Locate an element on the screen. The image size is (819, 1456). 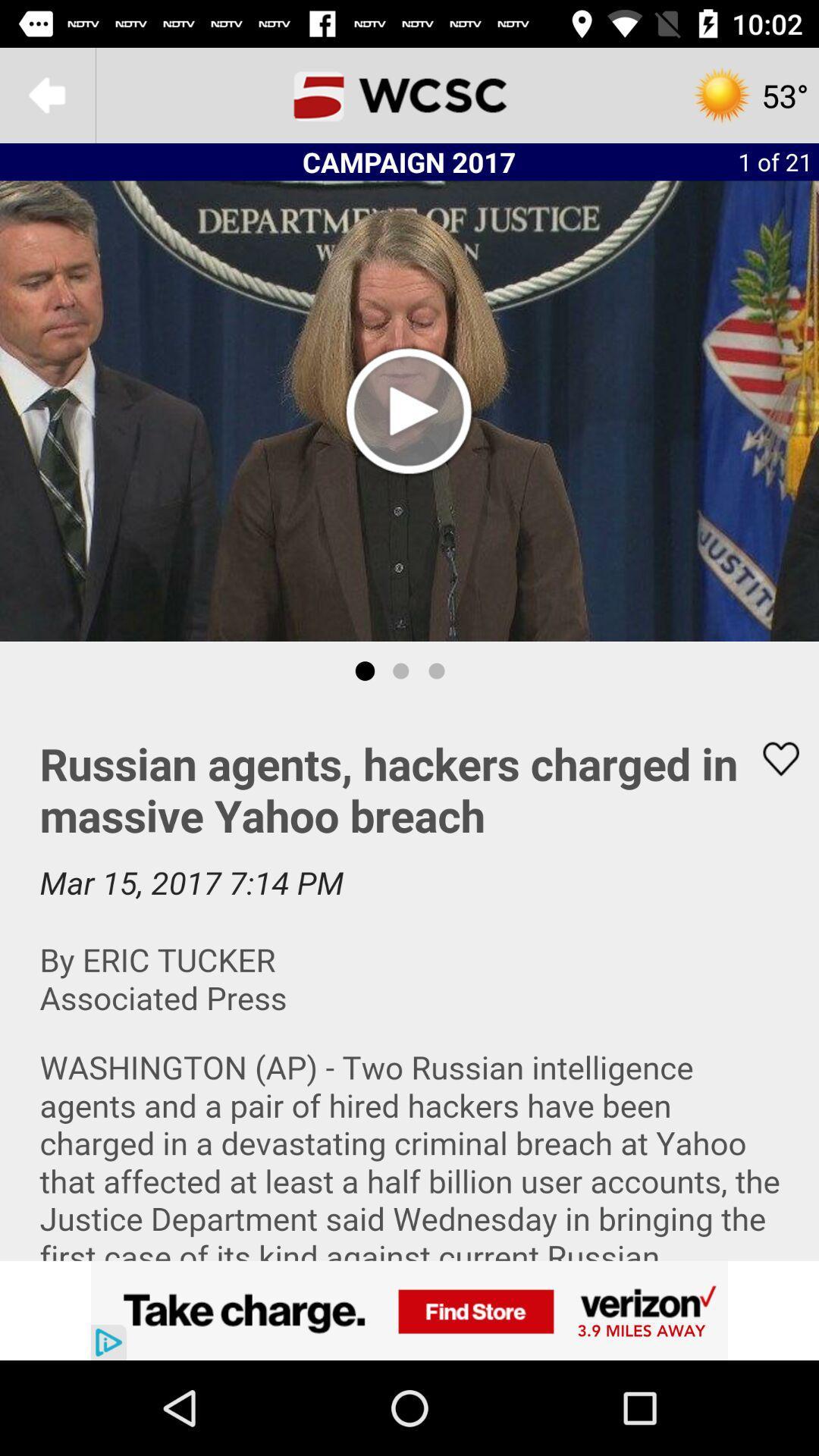
the favorite icon is located at coordinates (771, 758).